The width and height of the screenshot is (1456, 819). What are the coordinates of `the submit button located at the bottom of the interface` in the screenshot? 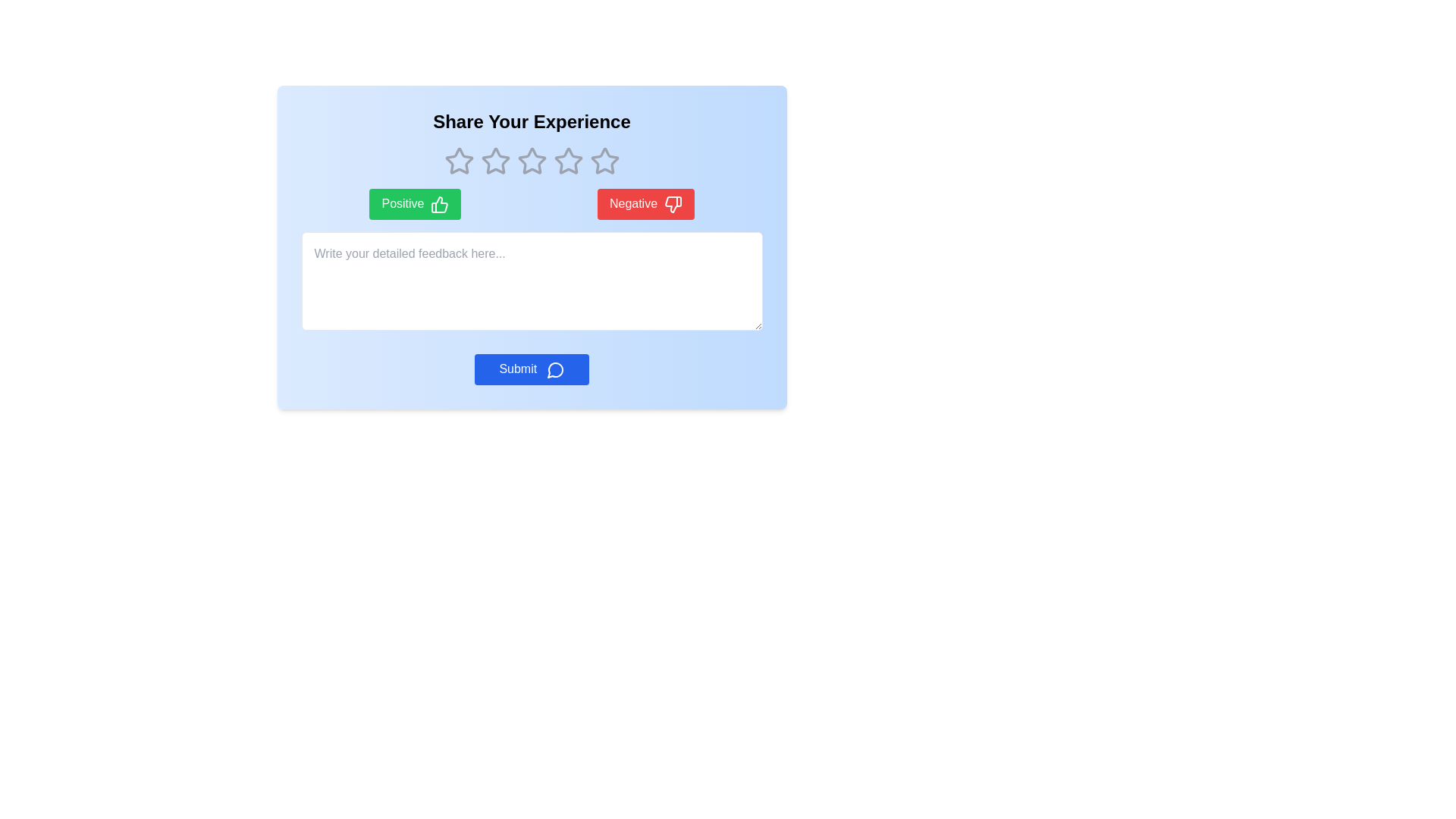 It's located at (532, 369).